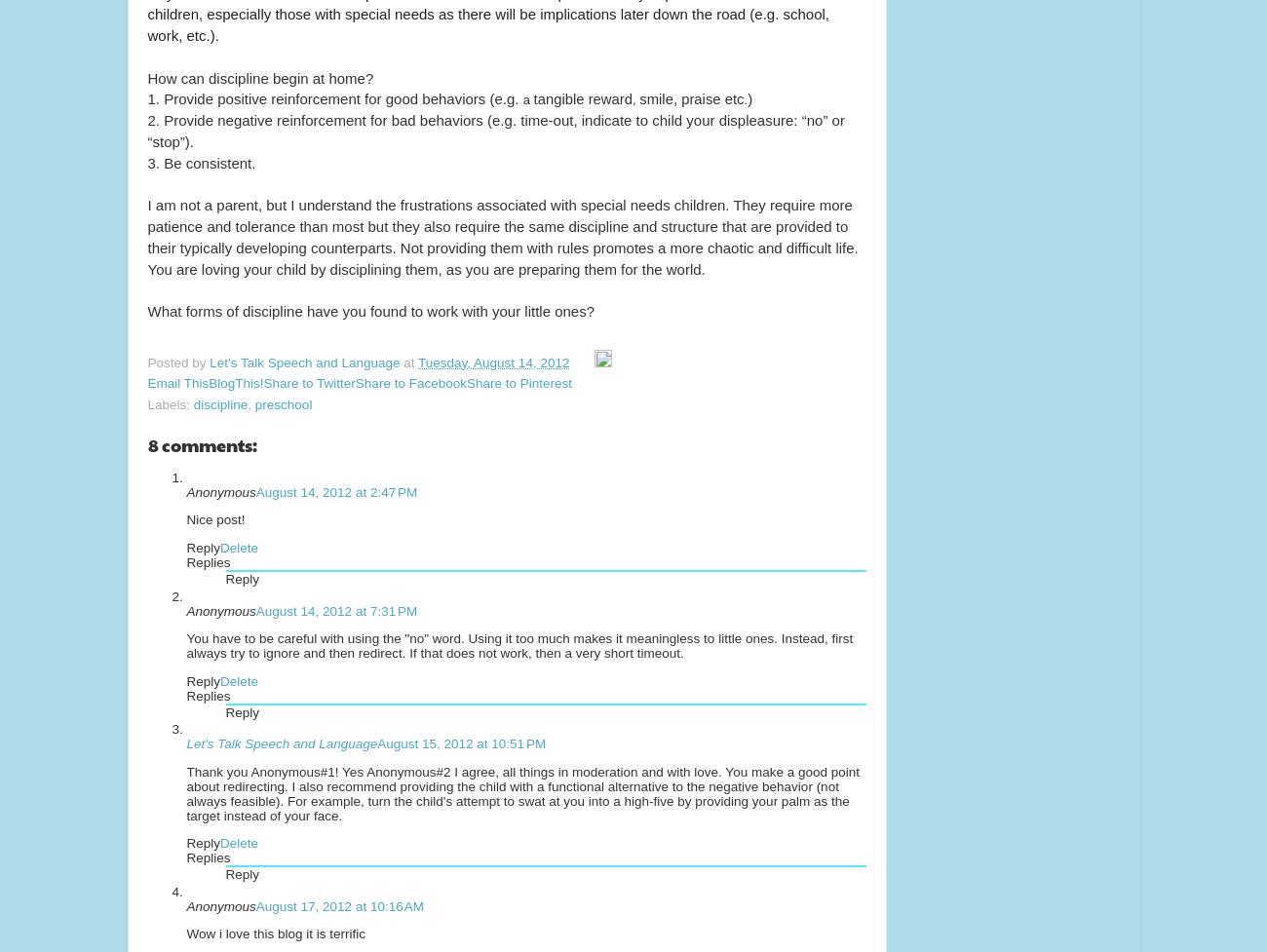 This screenshot has width=1267, height=952. Describe the element at coordinates (283, 403) in the screenshot. I see `'preschool'` at that location.